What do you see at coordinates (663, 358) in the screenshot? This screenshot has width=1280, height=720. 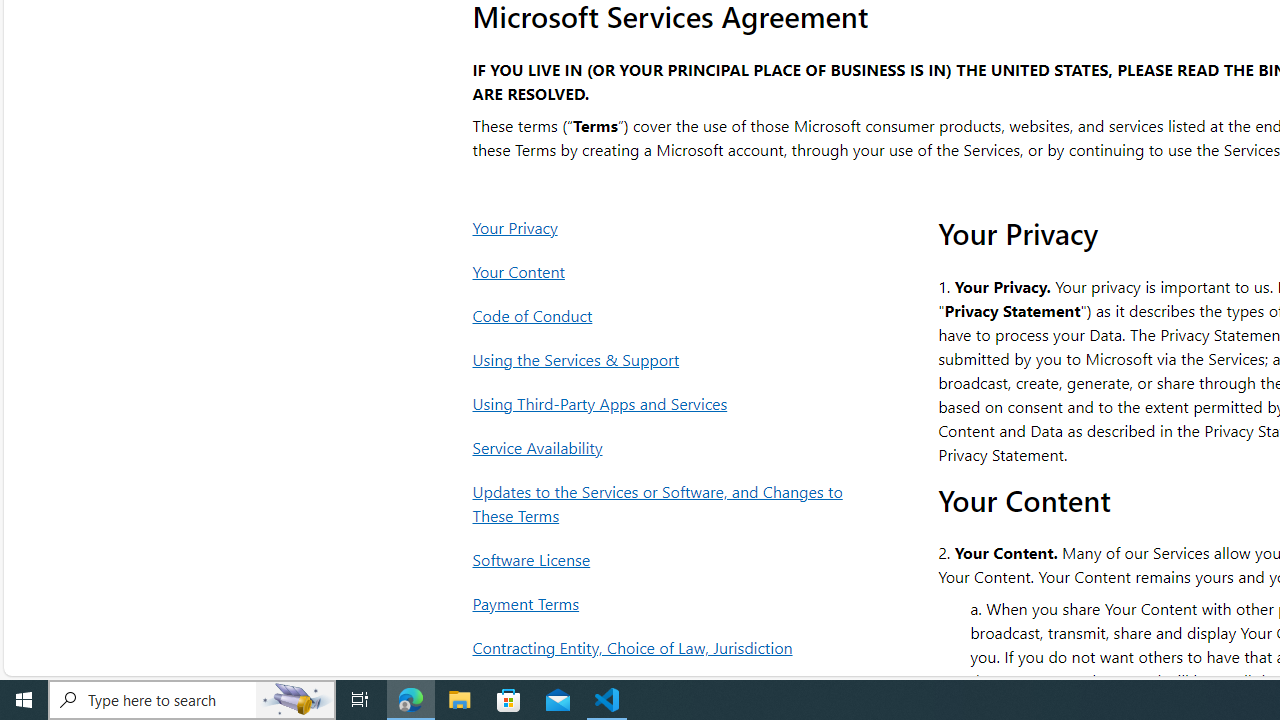 I see `'Using the Services & Support'` at bounding box center [663, 358].